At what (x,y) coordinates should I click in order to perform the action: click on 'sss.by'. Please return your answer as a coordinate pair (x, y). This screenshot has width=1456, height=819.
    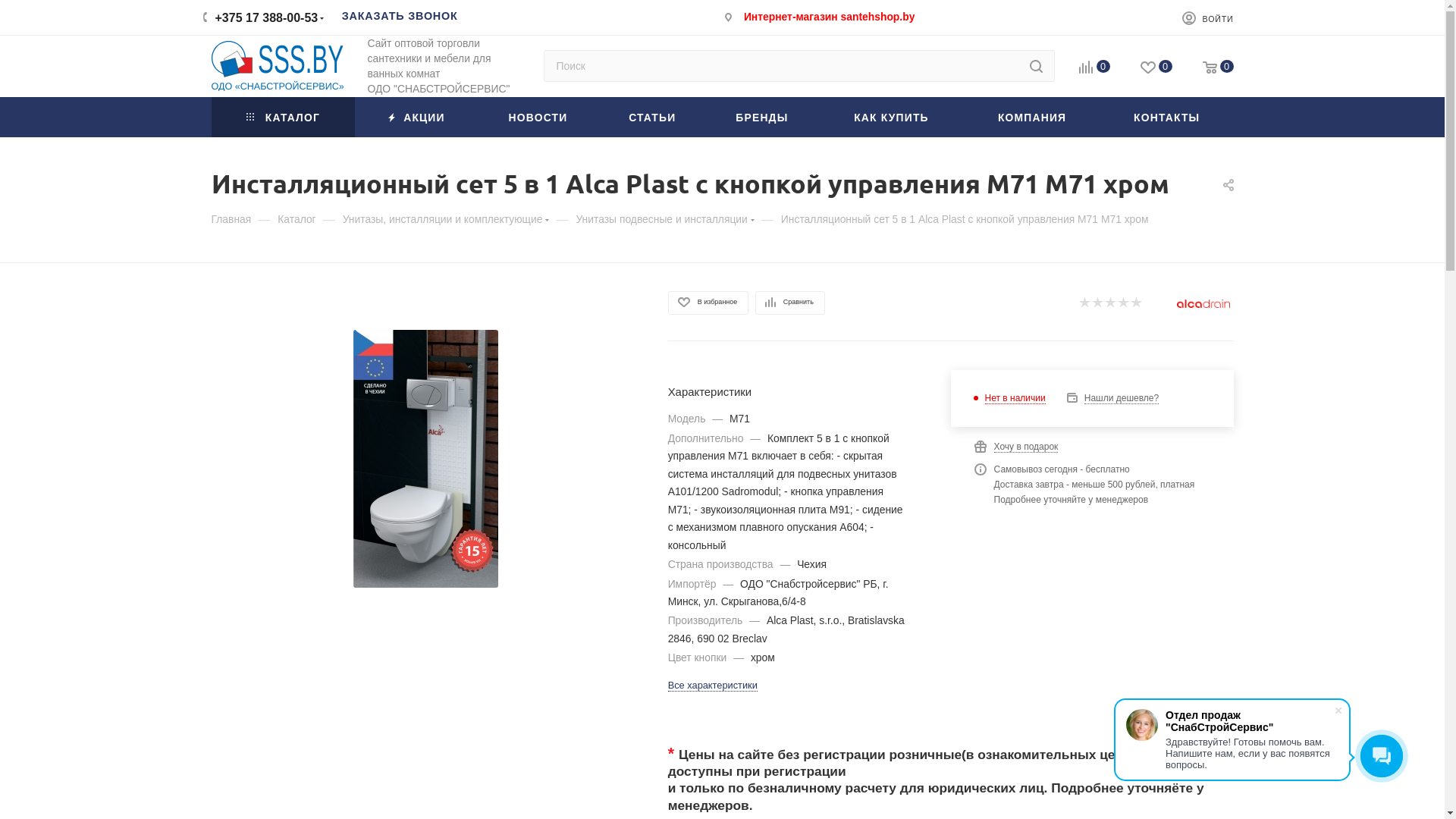
    Looking at the image, I should click on (210, 65).